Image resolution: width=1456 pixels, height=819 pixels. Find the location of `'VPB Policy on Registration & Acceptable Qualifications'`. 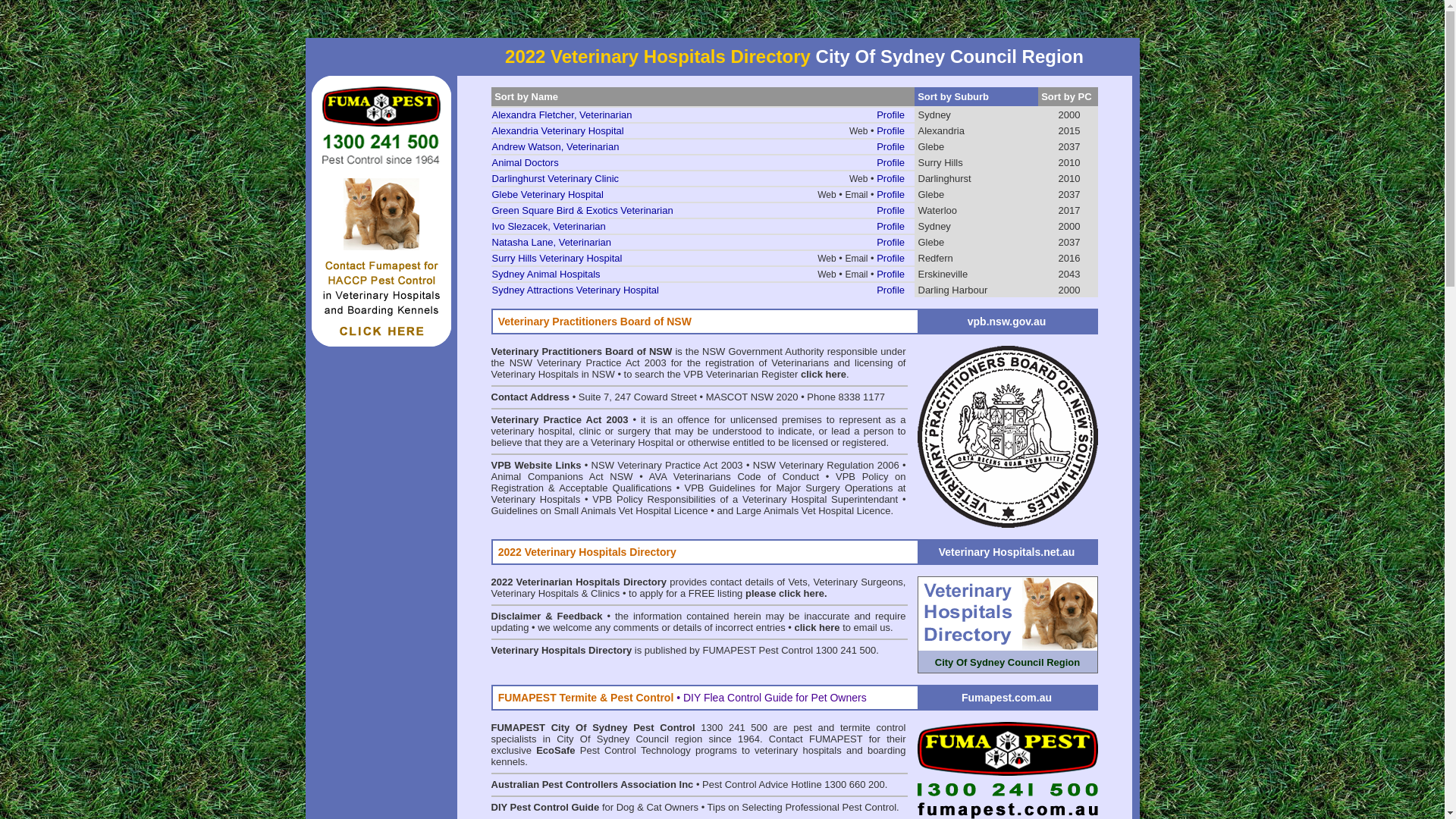

'VPB Policy on Registration & Acceptable Qualifications' is located at coordinates (698, 482).